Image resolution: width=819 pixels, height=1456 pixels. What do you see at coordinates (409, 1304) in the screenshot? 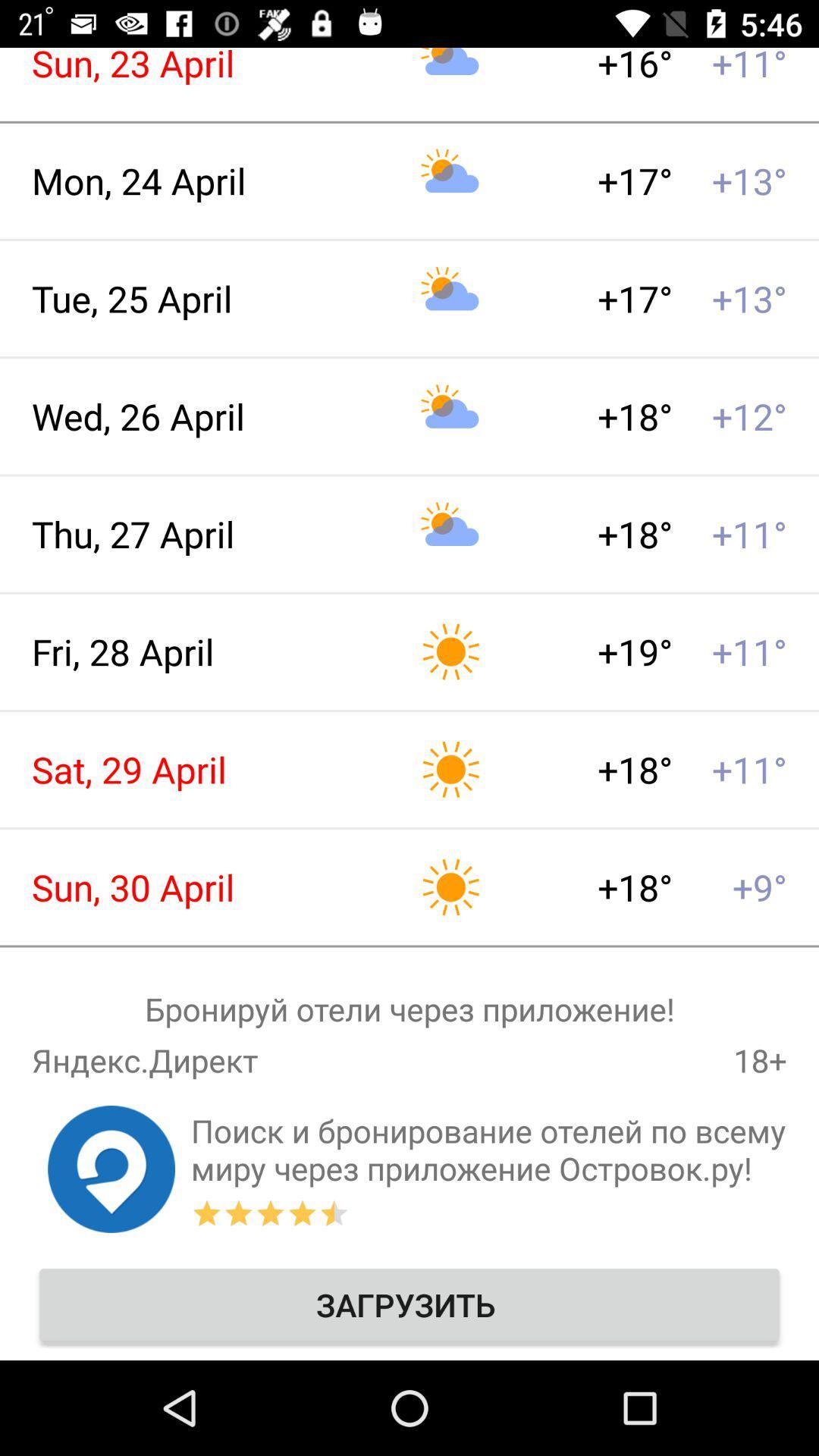
I see `the option which is at the bottom of the screen` at bounding box center [409, 1304].